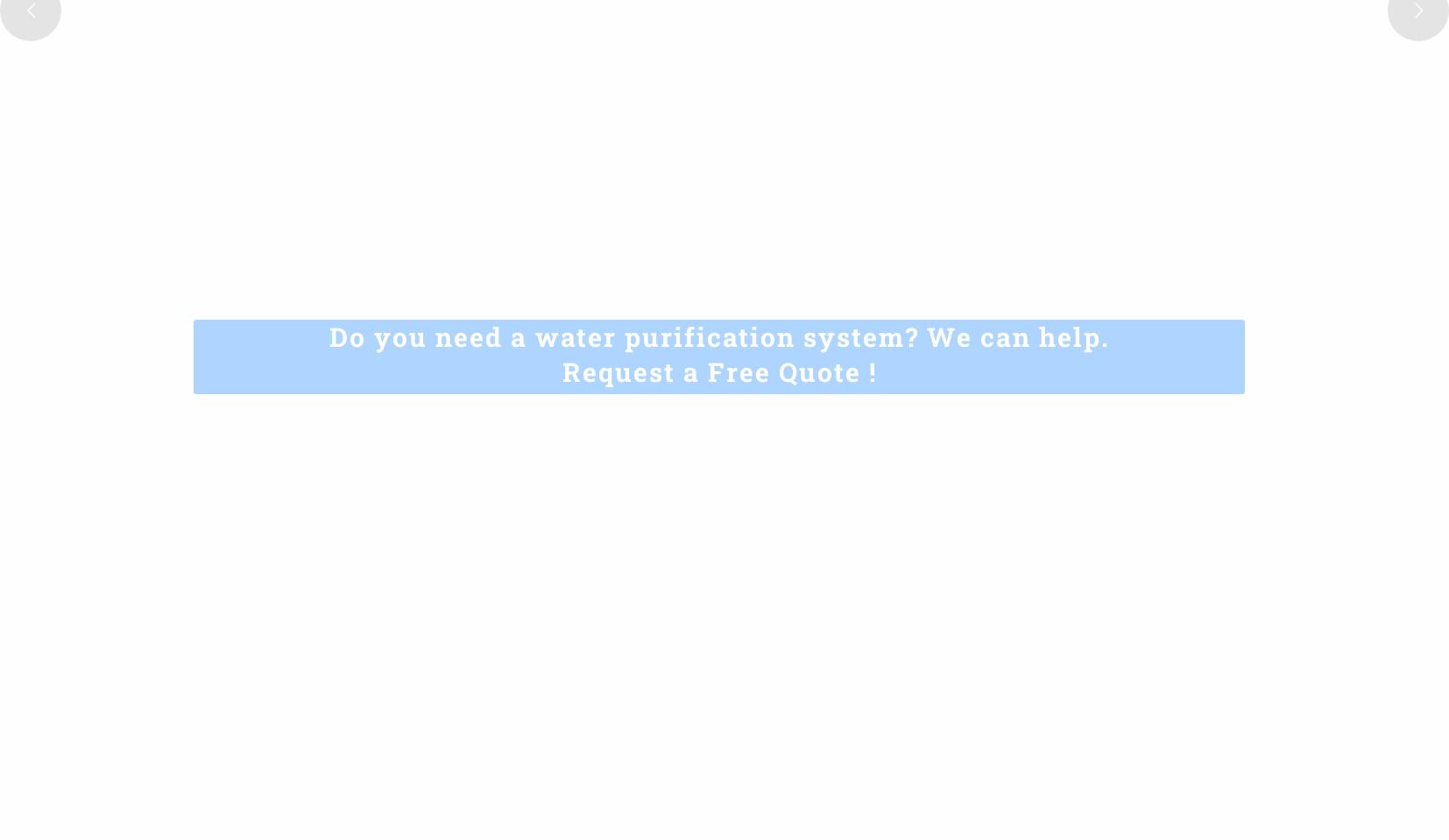  What do you see at coordinates (1339, 710) in the screenshot?
I see `'.'` at bounding box center [1339, 710].